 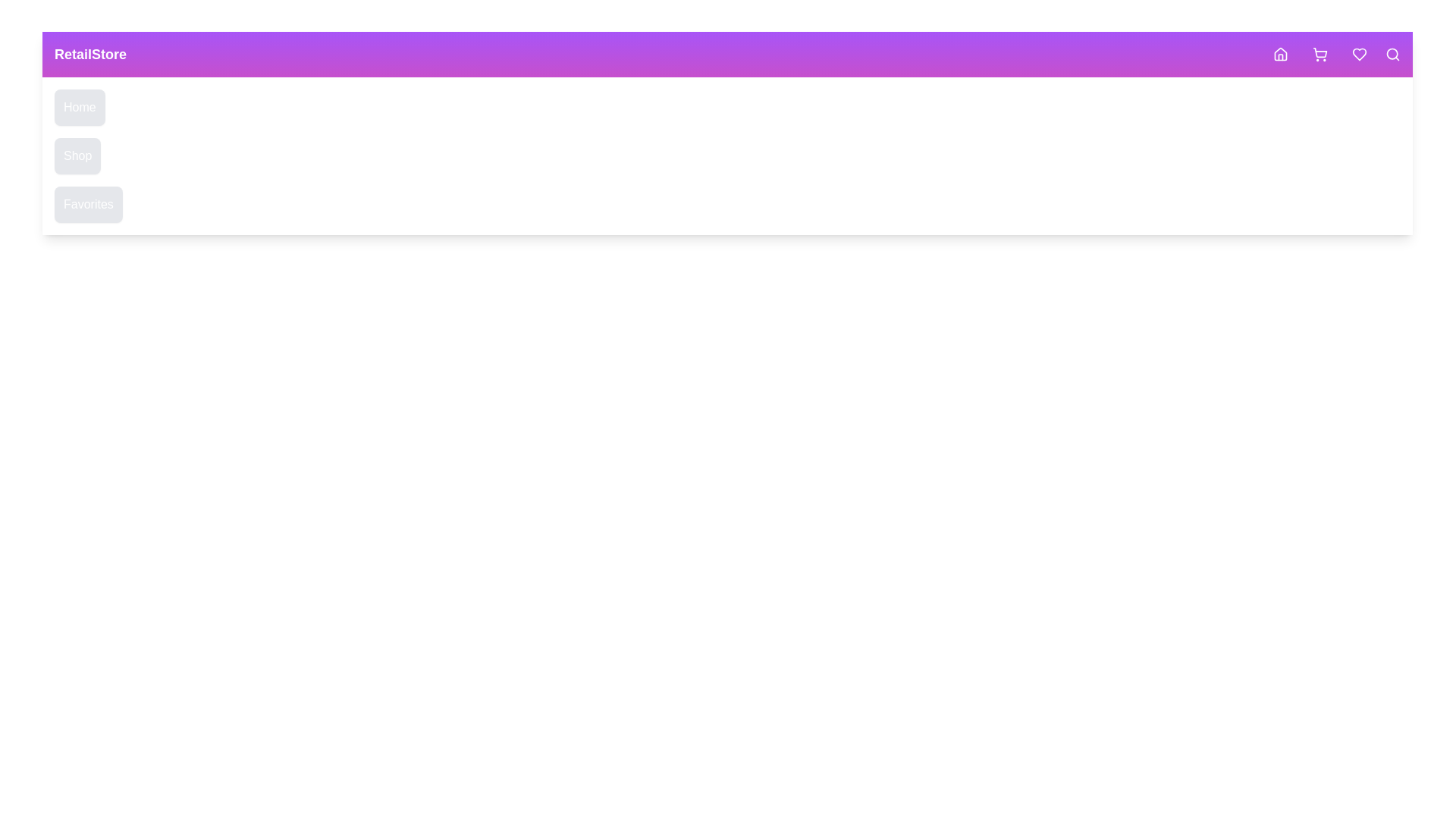 What do you see at coordinates (1360, 54) in the screenshot?
I see `the Heart button in the navigation header` at bounding box center [1360, 54].